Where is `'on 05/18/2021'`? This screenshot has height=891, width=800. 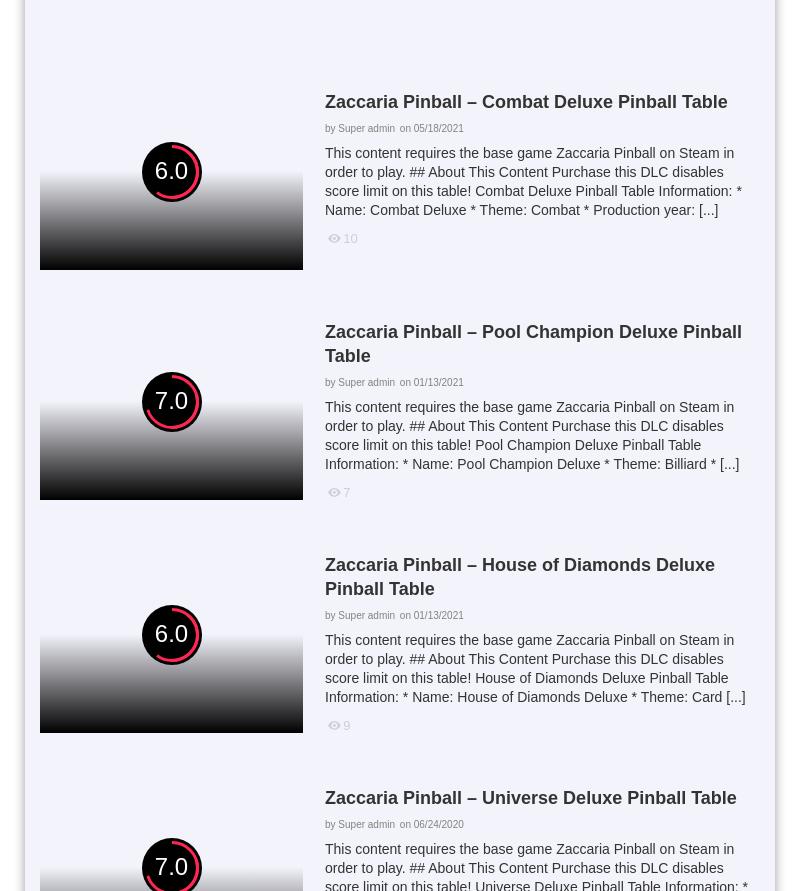 'on 05/18/2021' is located at coordinates (430, 126).